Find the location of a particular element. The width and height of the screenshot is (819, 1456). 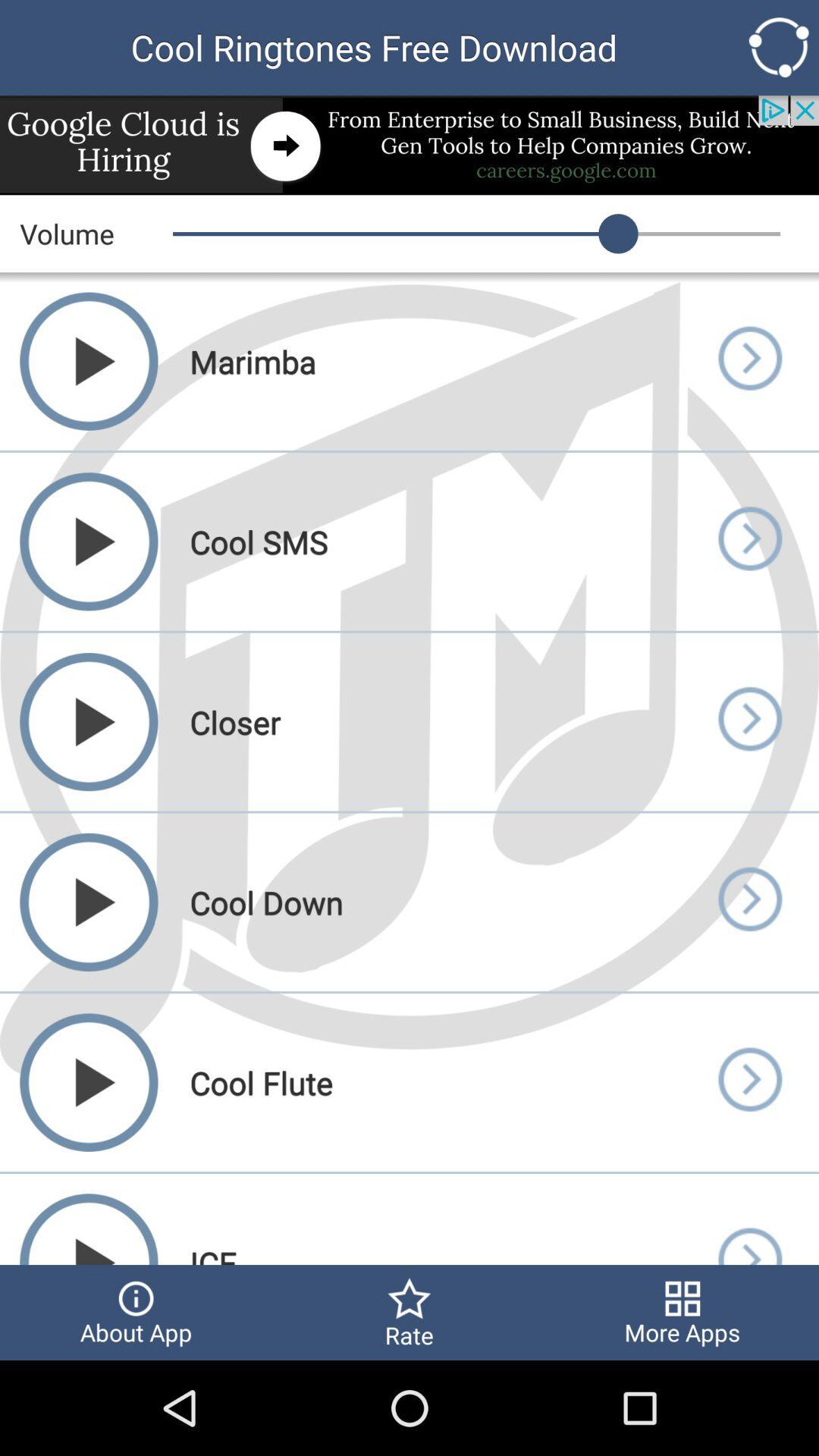

song is located at coordinates (748, 721).